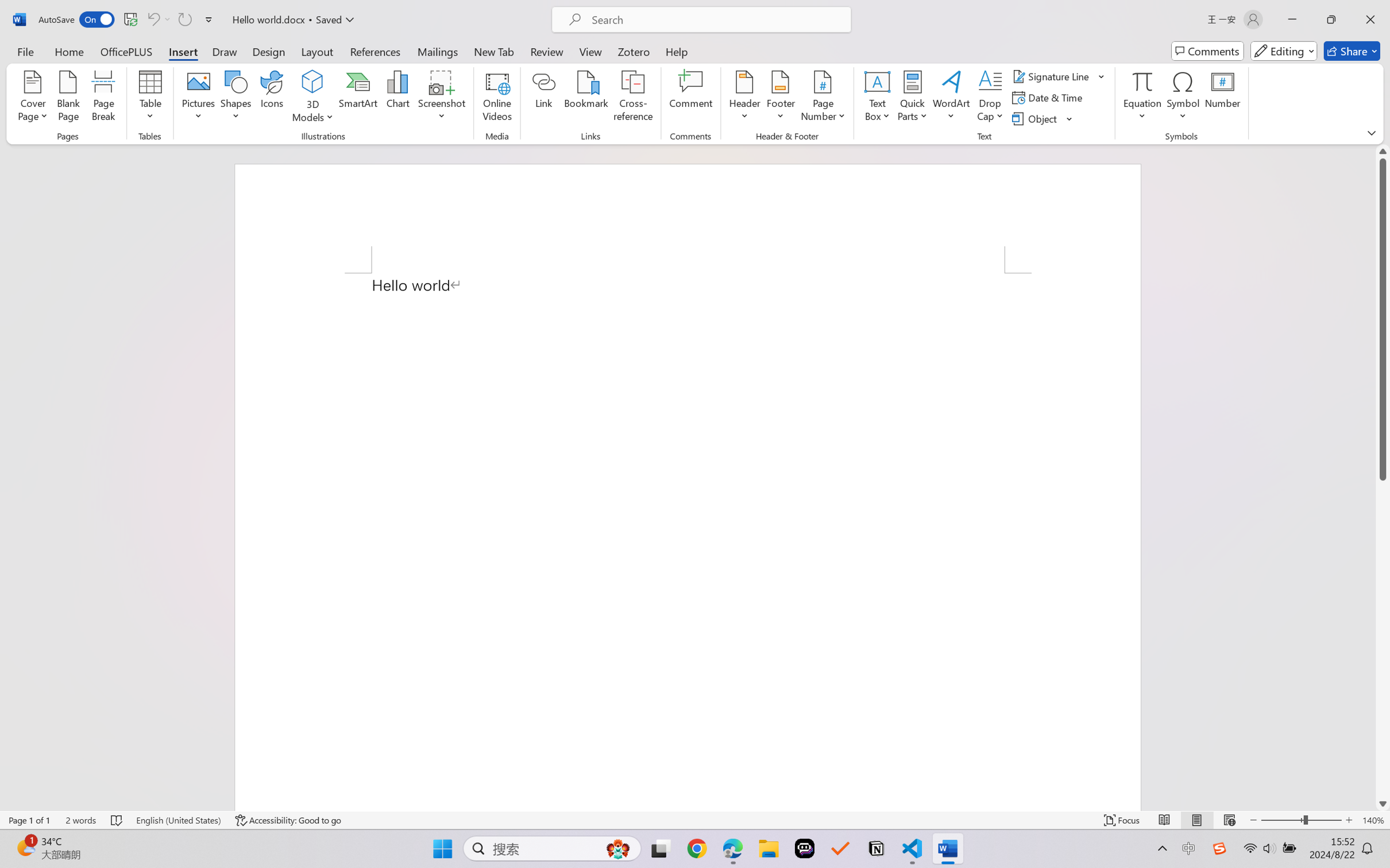  Describe the element at coordinates (225, 51) in the screenshot. I see `'Draw'` at that location.